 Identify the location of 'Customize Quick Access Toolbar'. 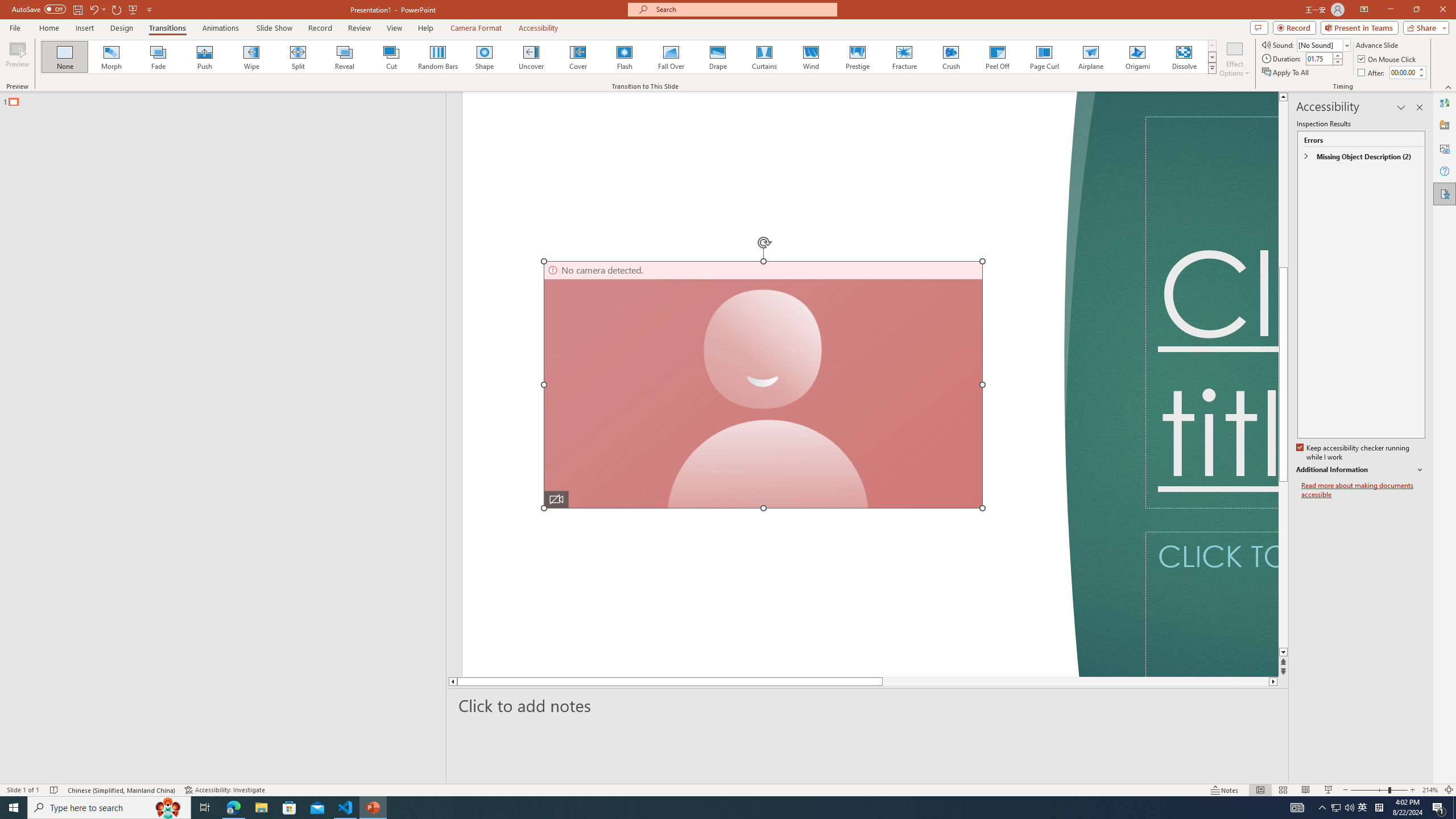
(148, 9).